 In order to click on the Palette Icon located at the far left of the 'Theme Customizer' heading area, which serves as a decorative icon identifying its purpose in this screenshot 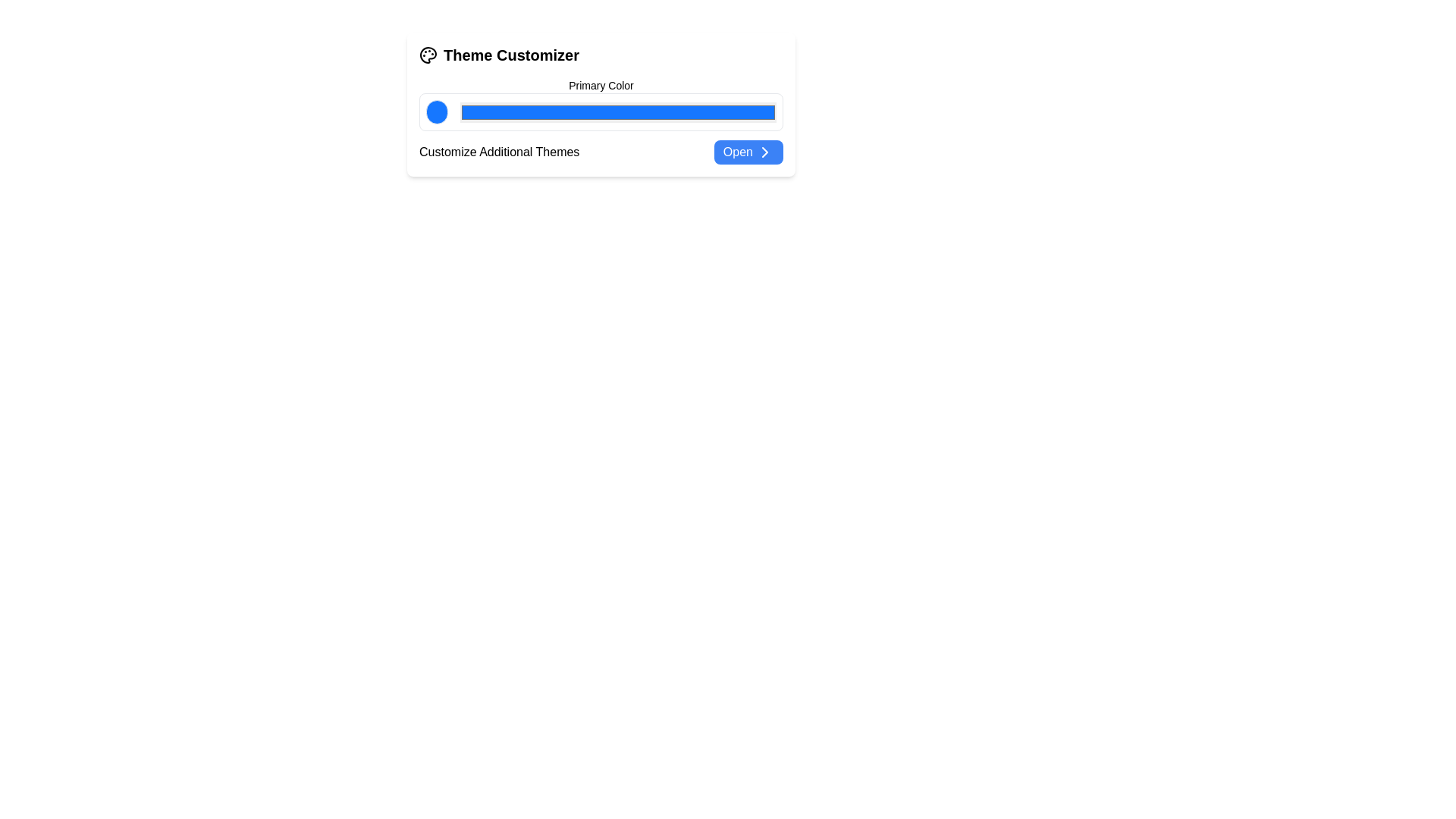, I will do `click(428, 55)`.